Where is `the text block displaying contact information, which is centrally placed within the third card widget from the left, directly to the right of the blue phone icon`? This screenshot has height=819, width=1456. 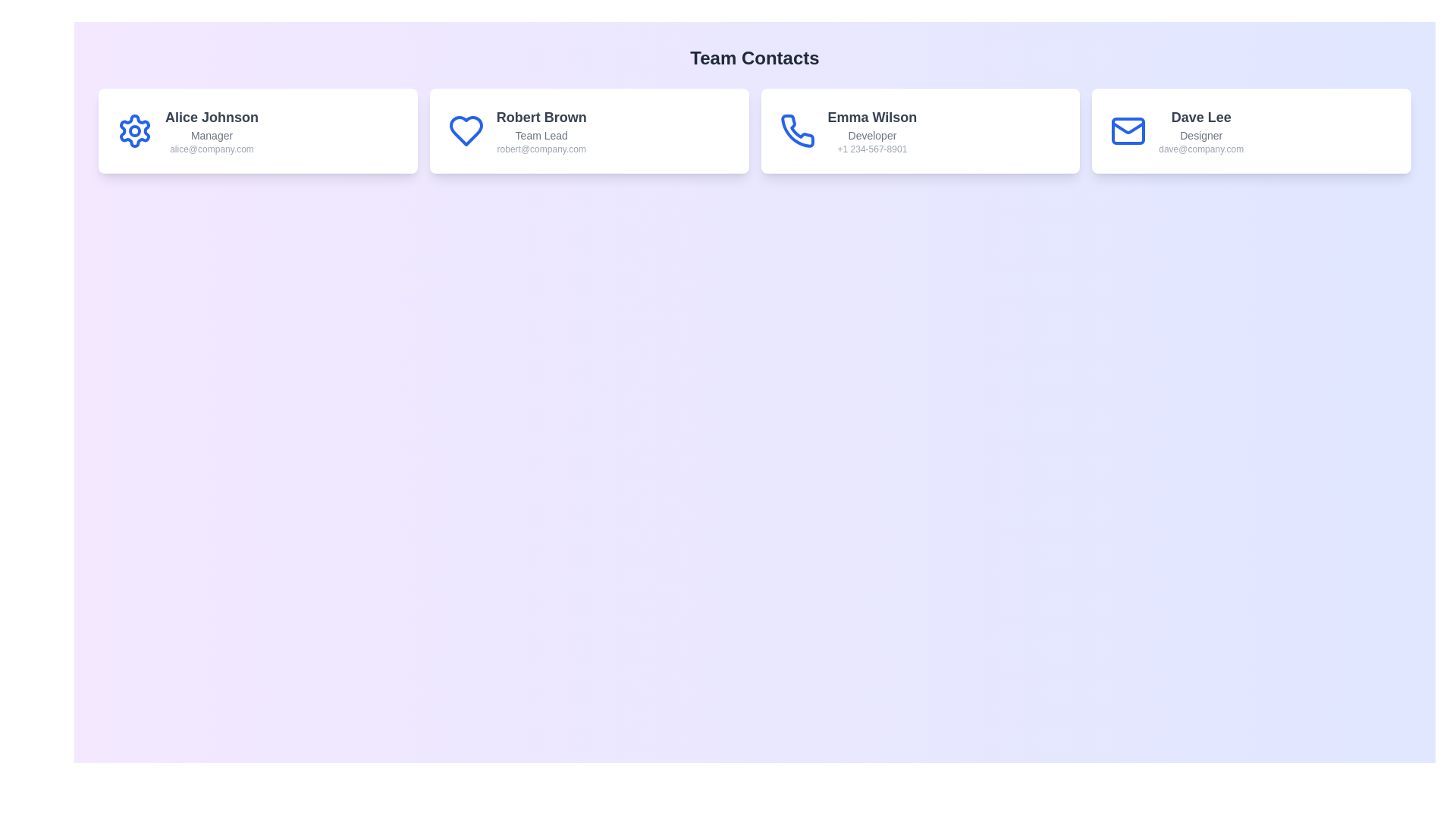
the text block displaying contact information, which is centrally placed within the third card widget from the left, directly to the right of the blue phone icon is located at coordinates (872, 130).